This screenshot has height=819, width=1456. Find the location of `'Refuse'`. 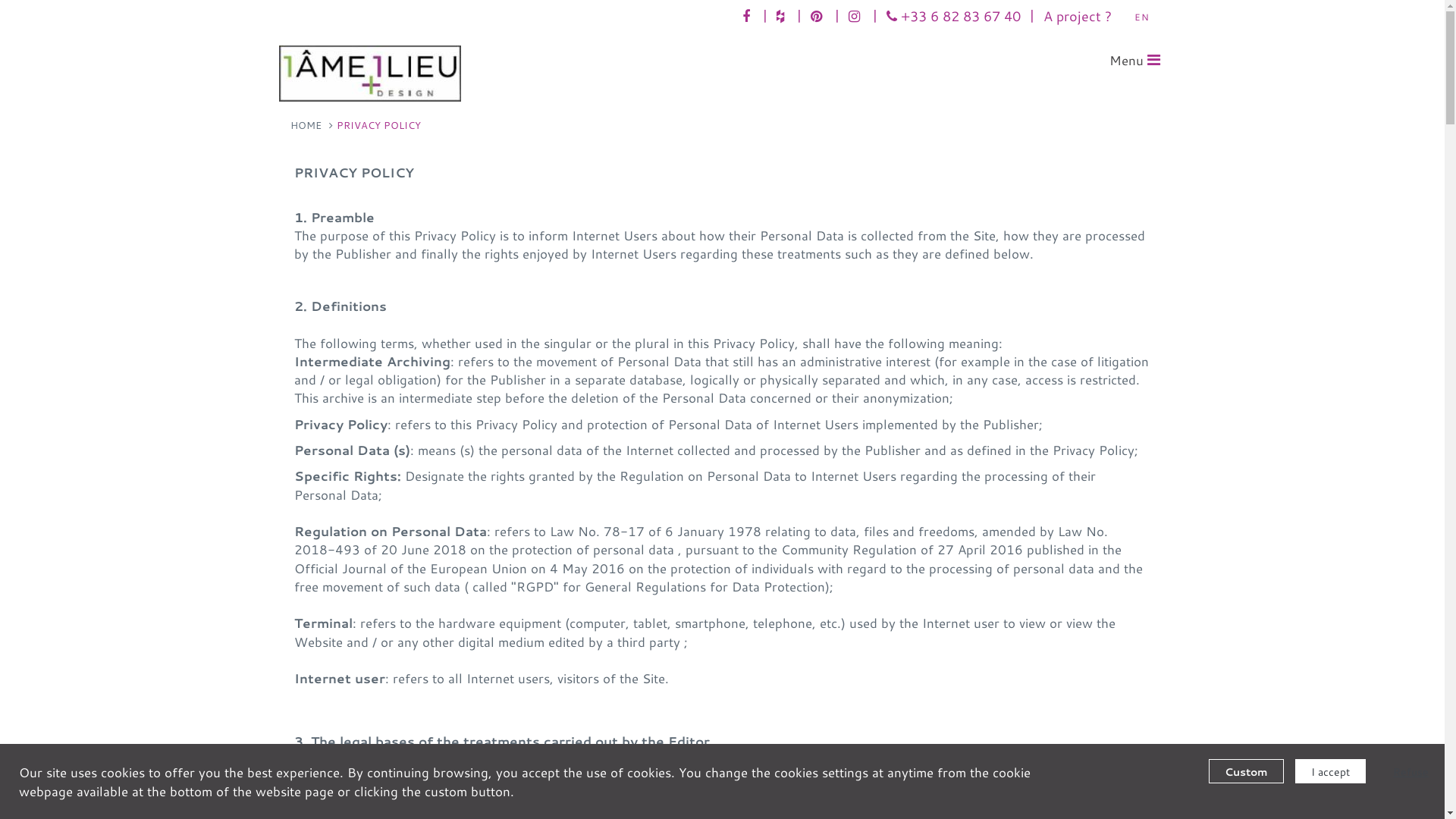

'Refuse' is located at coordinates (1376, 771).